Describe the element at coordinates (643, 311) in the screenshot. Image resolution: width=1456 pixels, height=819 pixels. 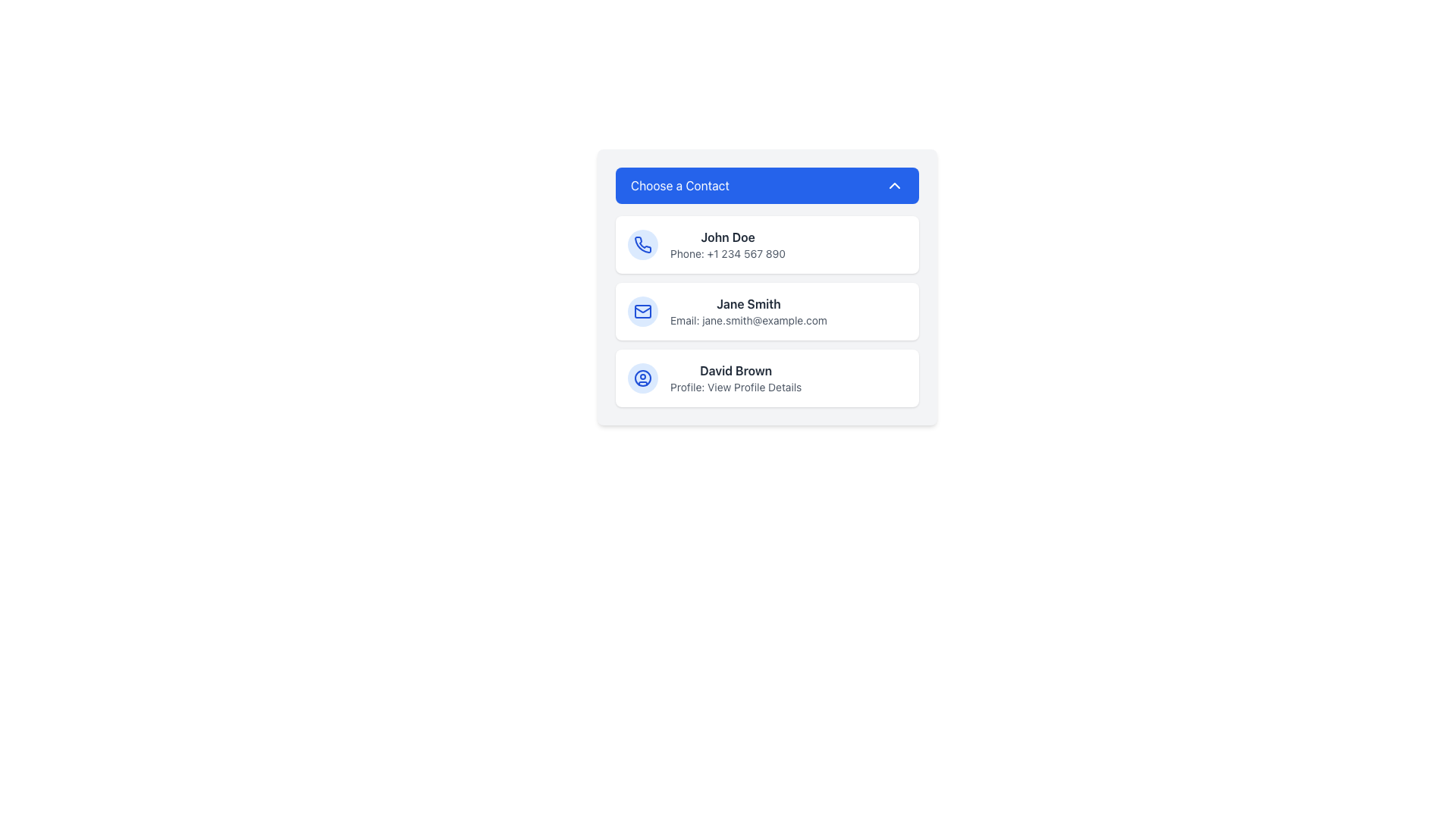
I see `the envelope icon representing email information, located to the left of 'Jane Smith' and 'Email: jane.smith@example.com', which is the second icon in a vertical list of buttons` at that location.